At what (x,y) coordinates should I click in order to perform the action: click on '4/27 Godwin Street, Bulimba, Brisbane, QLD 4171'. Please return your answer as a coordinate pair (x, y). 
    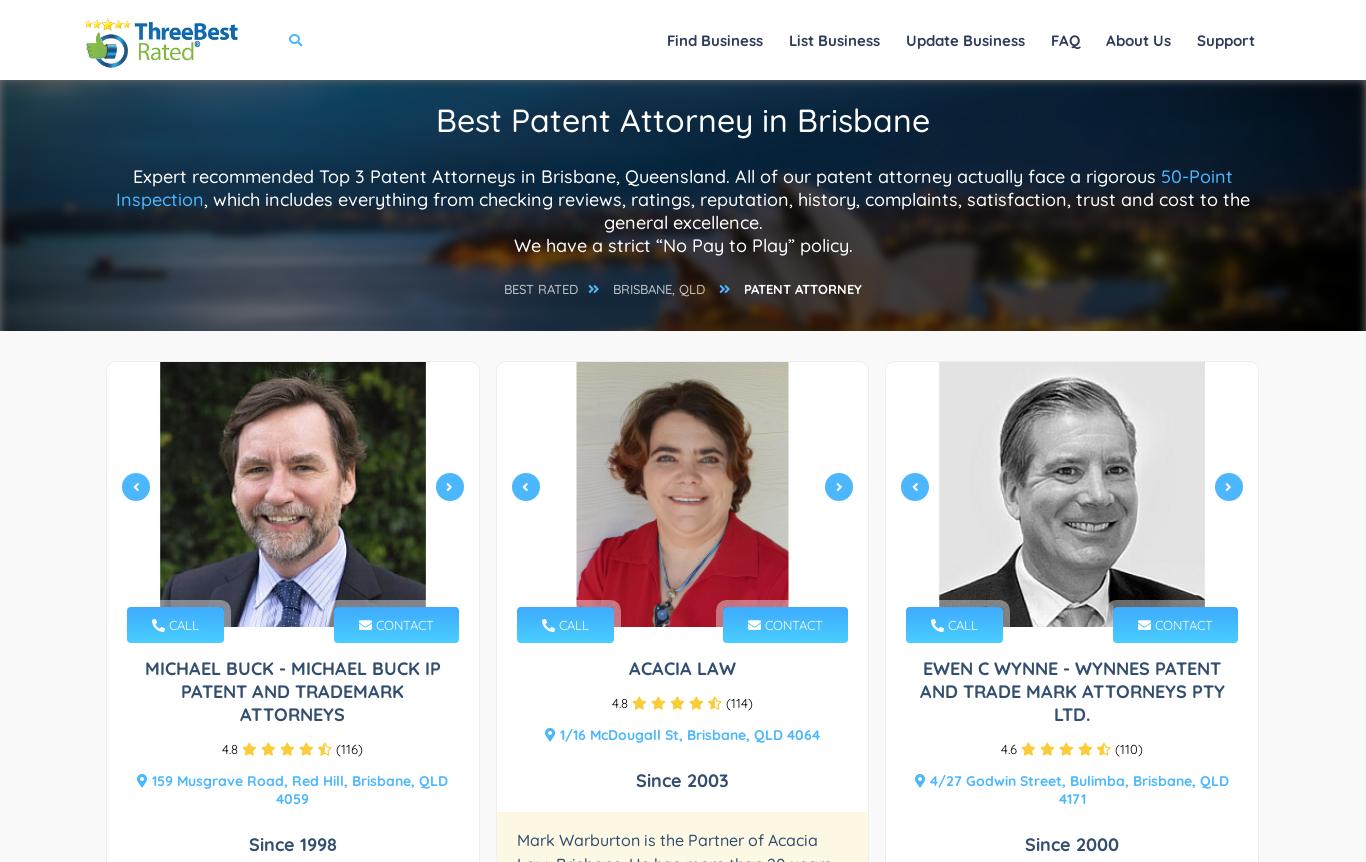
    Looking at the image, I should click on (1076, 790).